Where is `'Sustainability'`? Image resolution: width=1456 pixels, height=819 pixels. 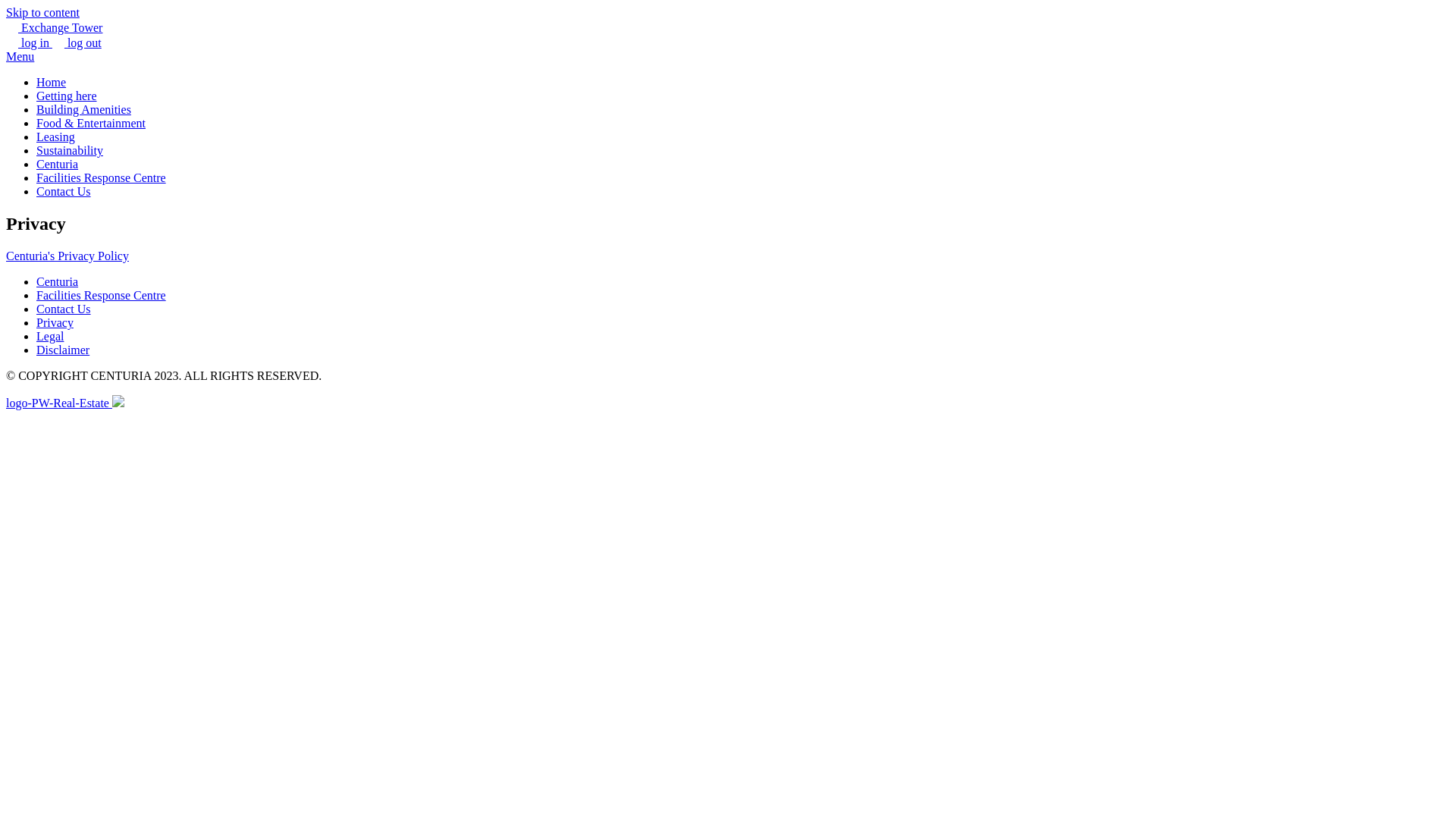 'Sustainability' is located at coordinates (68, 150).